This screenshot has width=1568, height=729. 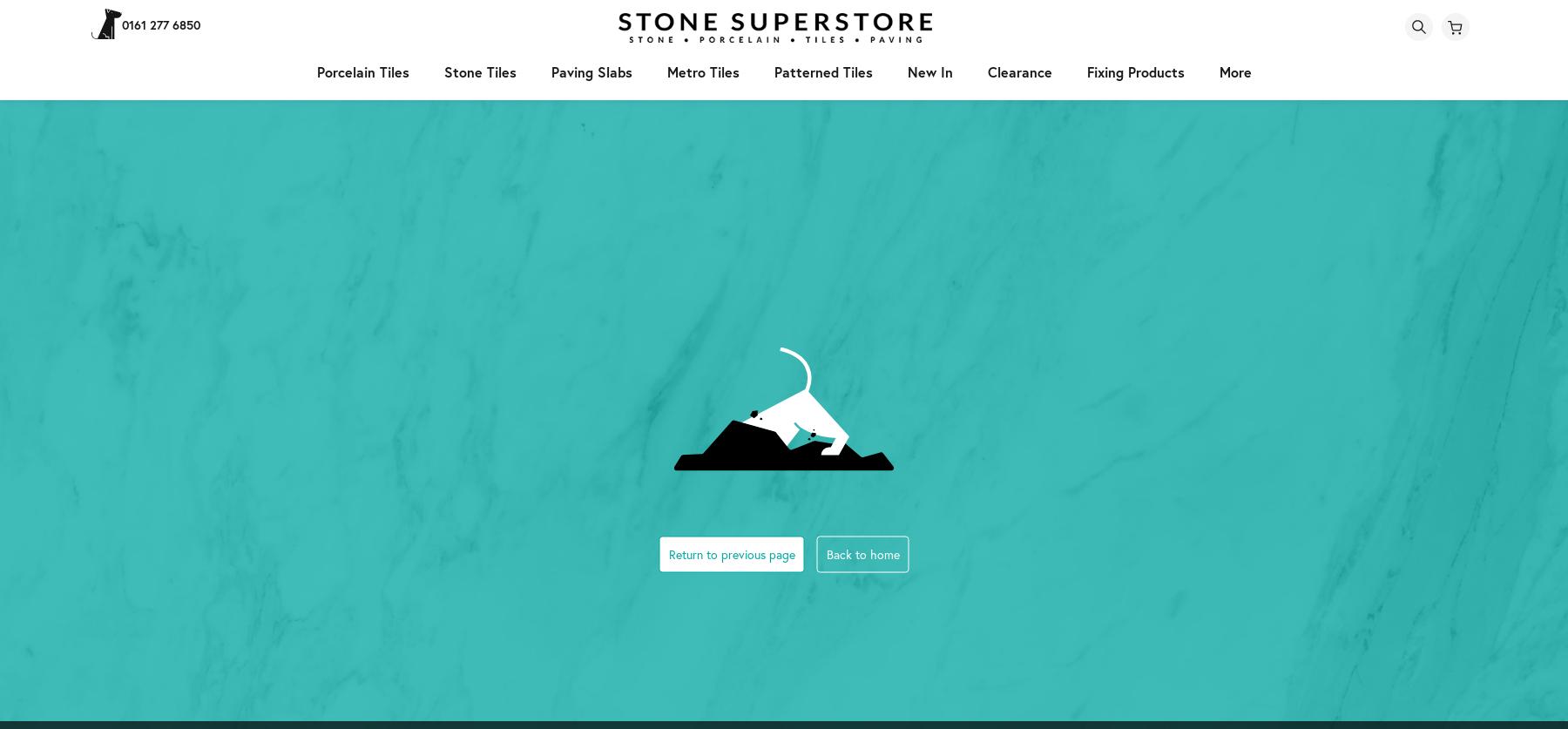 What do you see at coordinates (590, 71) in the screenshot?
I see `'paving slabs'` at bounding box center [590, 71].